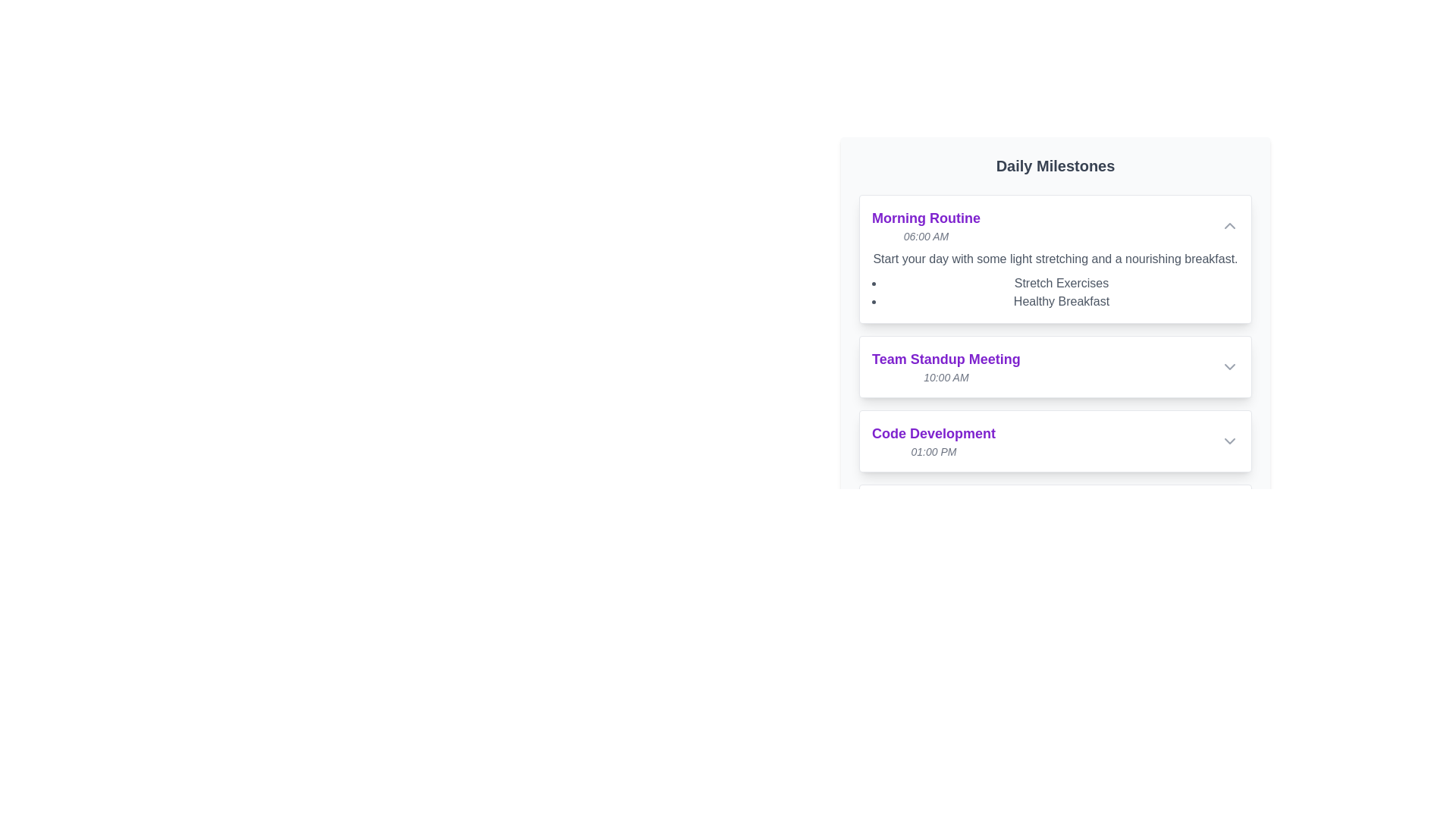 The image size is (1456, 819). What do you see at coordinates (1230, 441) in the screenshot?
I see `the gray chevron button located on the far right side of the 'Code Development' section` at bounding box center [1230, 441].